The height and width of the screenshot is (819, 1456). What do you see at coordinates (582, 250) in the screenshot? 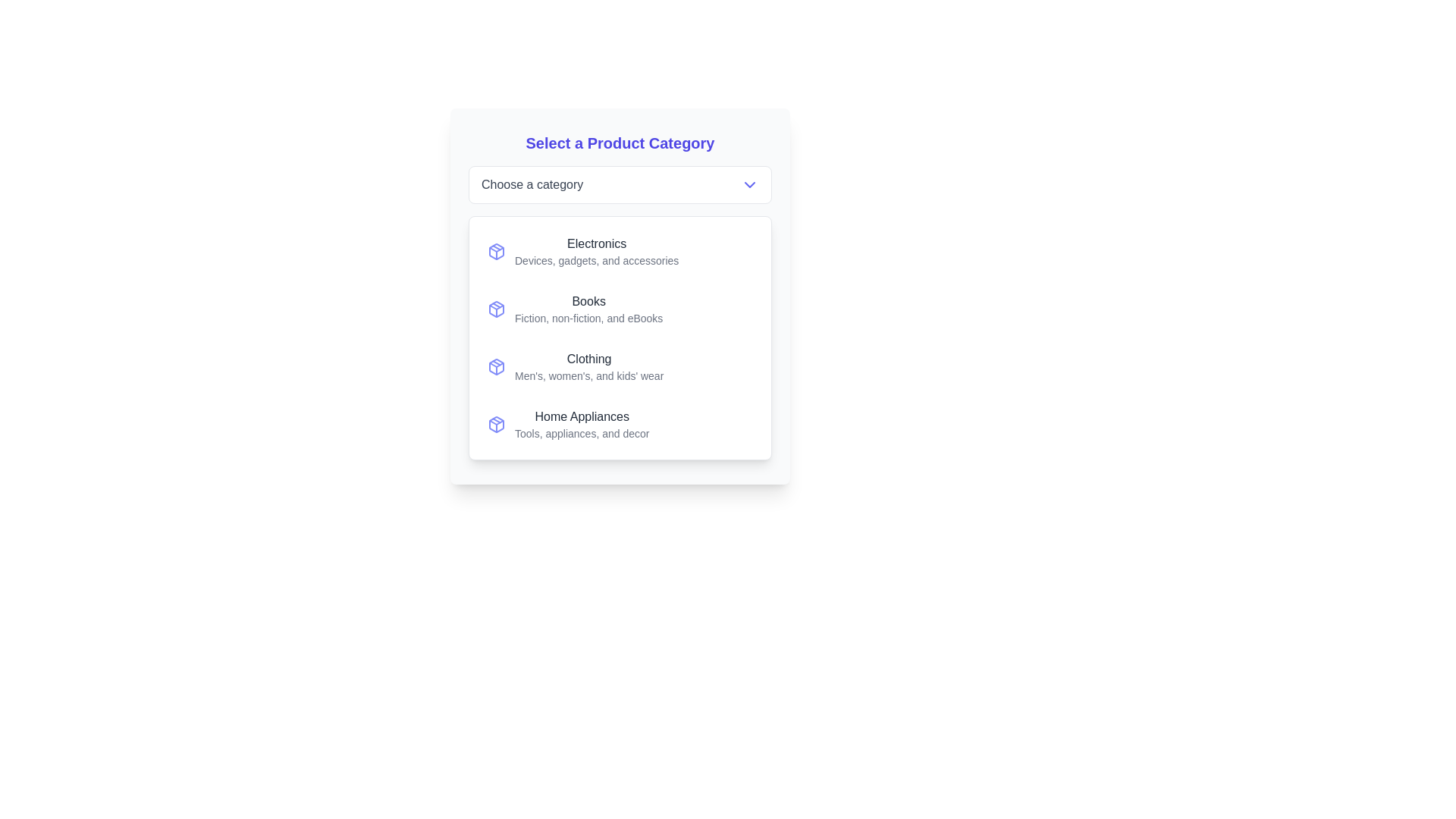
I see `the 'Electronics' category list entry using keyboard navigation` at bounding box center [582, 250].